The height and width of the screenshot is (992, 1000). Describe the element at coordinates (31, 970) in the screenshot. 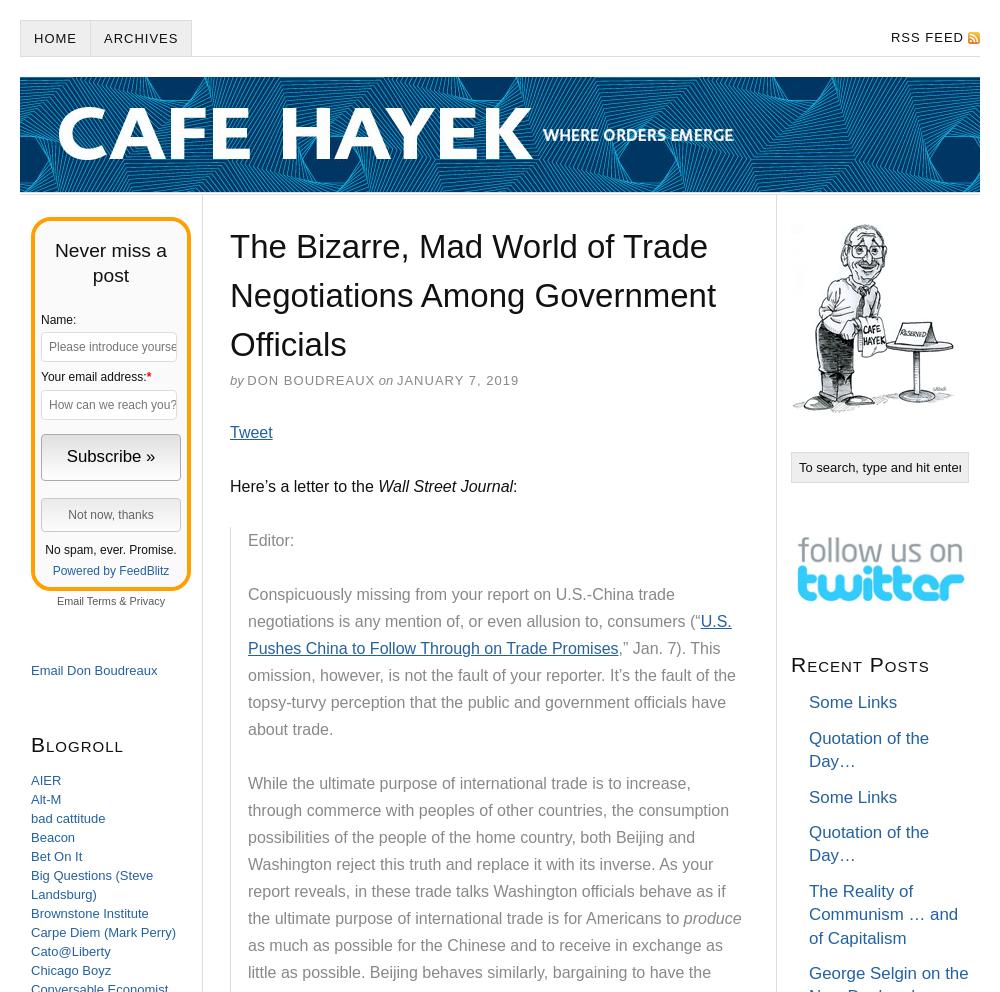

I see `'Chicago Boyz'` at that location.